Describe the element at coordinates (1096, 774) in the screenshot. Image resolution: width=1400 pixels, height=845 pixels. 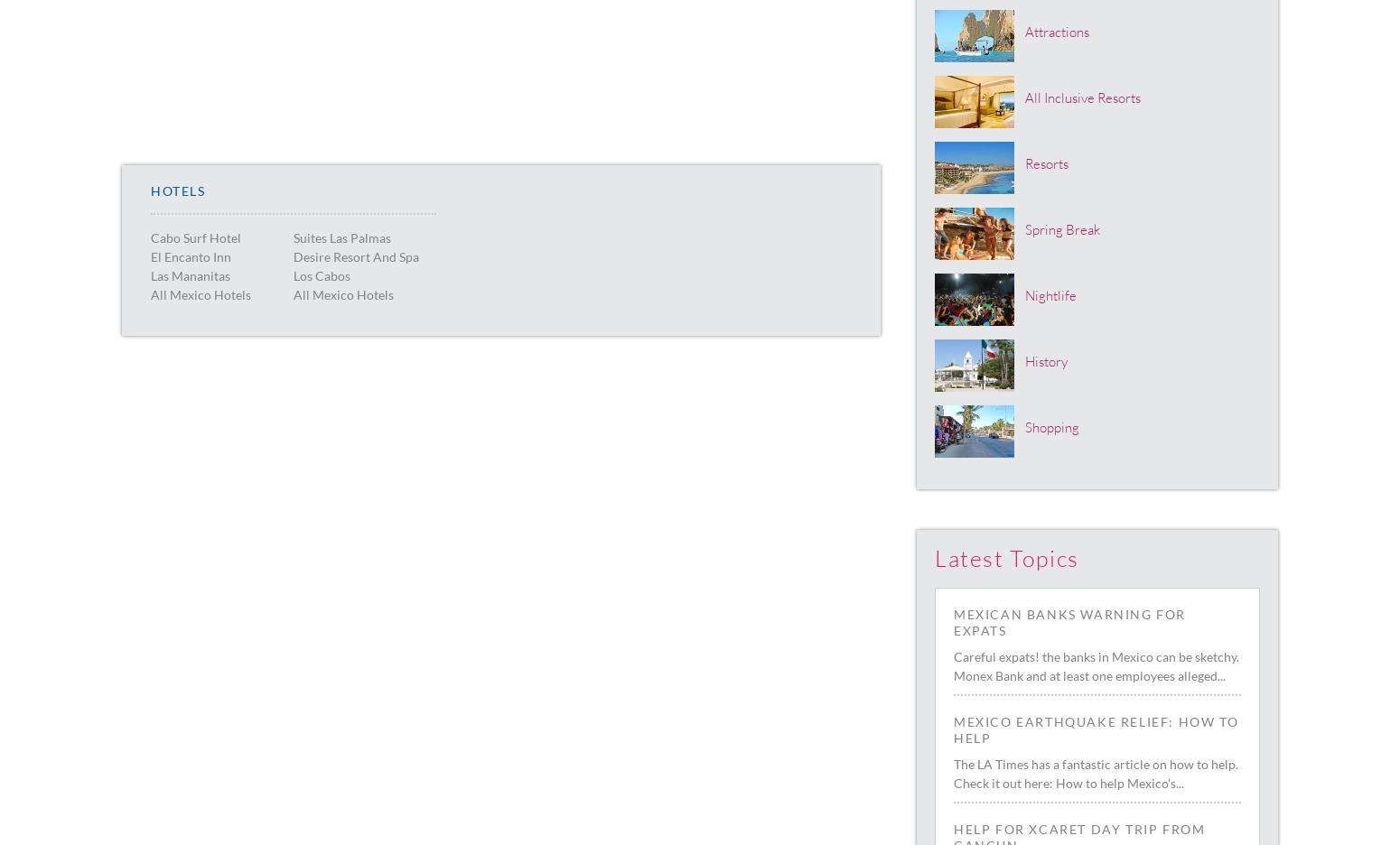
I see `'The LA Times has a fantastic article on how to help. Check it out here: How to help Mexico's...'` at that location.